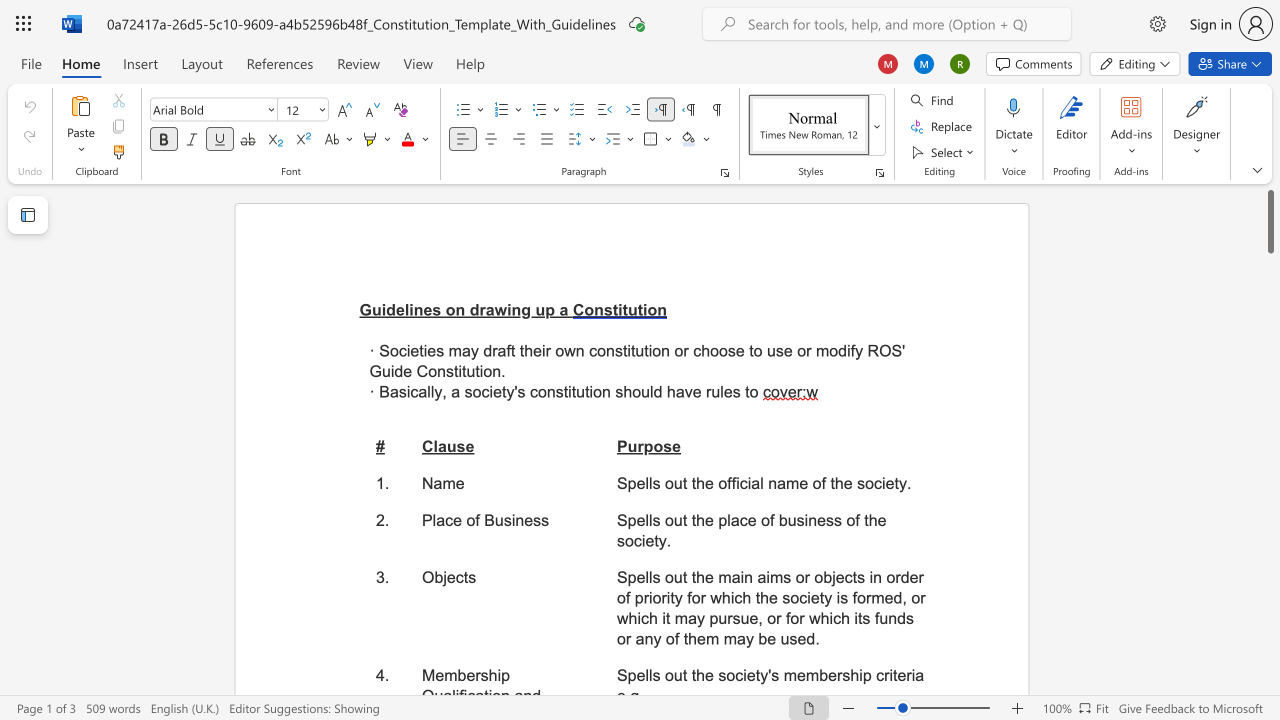 This screenshot has height=720, width=1280. Describe the element at coordinates (518, 392) in the screenshot. I see `the space between the continuous character "'" and "s" in the text` at that location.